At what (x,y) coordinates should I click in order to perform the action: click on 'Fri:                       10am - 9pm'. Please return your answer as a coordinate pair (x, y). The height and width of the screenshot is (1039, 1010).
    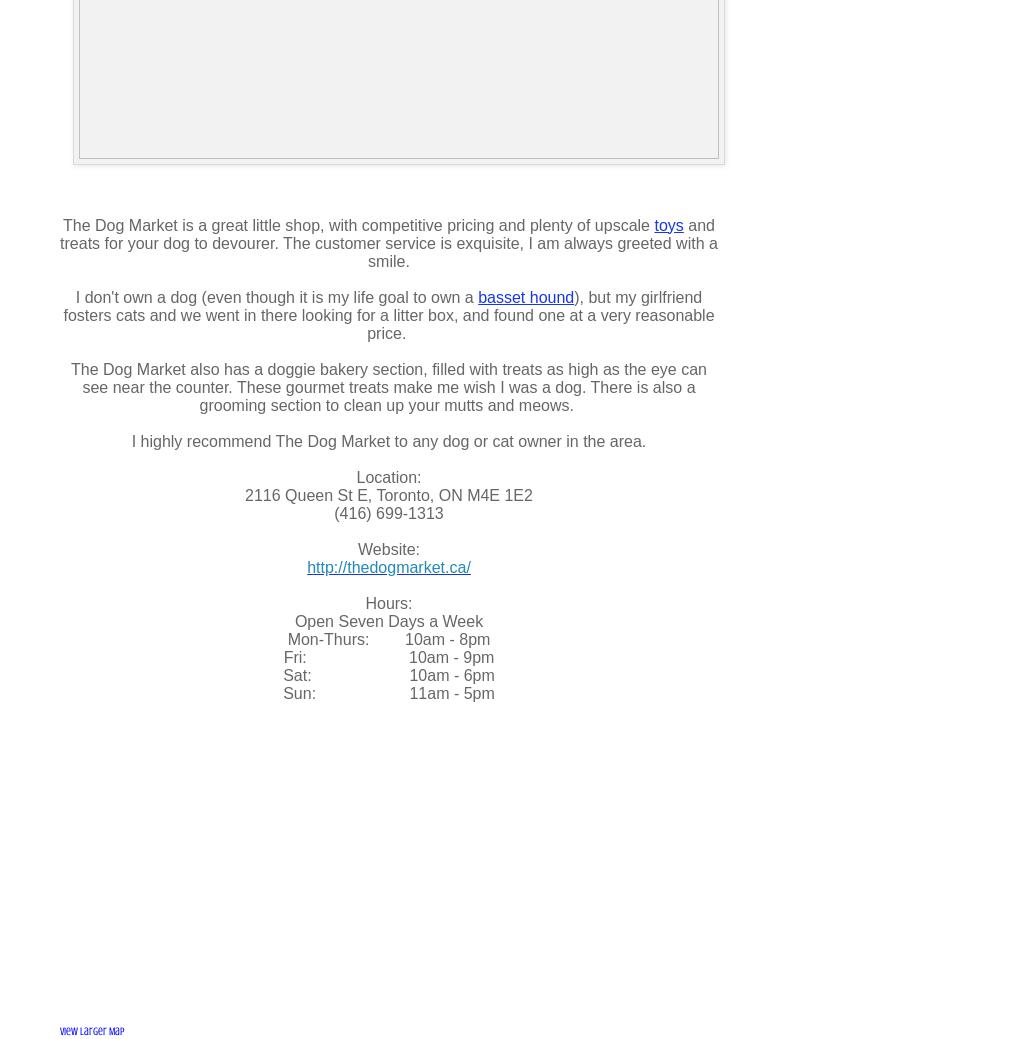
    Looking at the image, I should click on (388, 656).